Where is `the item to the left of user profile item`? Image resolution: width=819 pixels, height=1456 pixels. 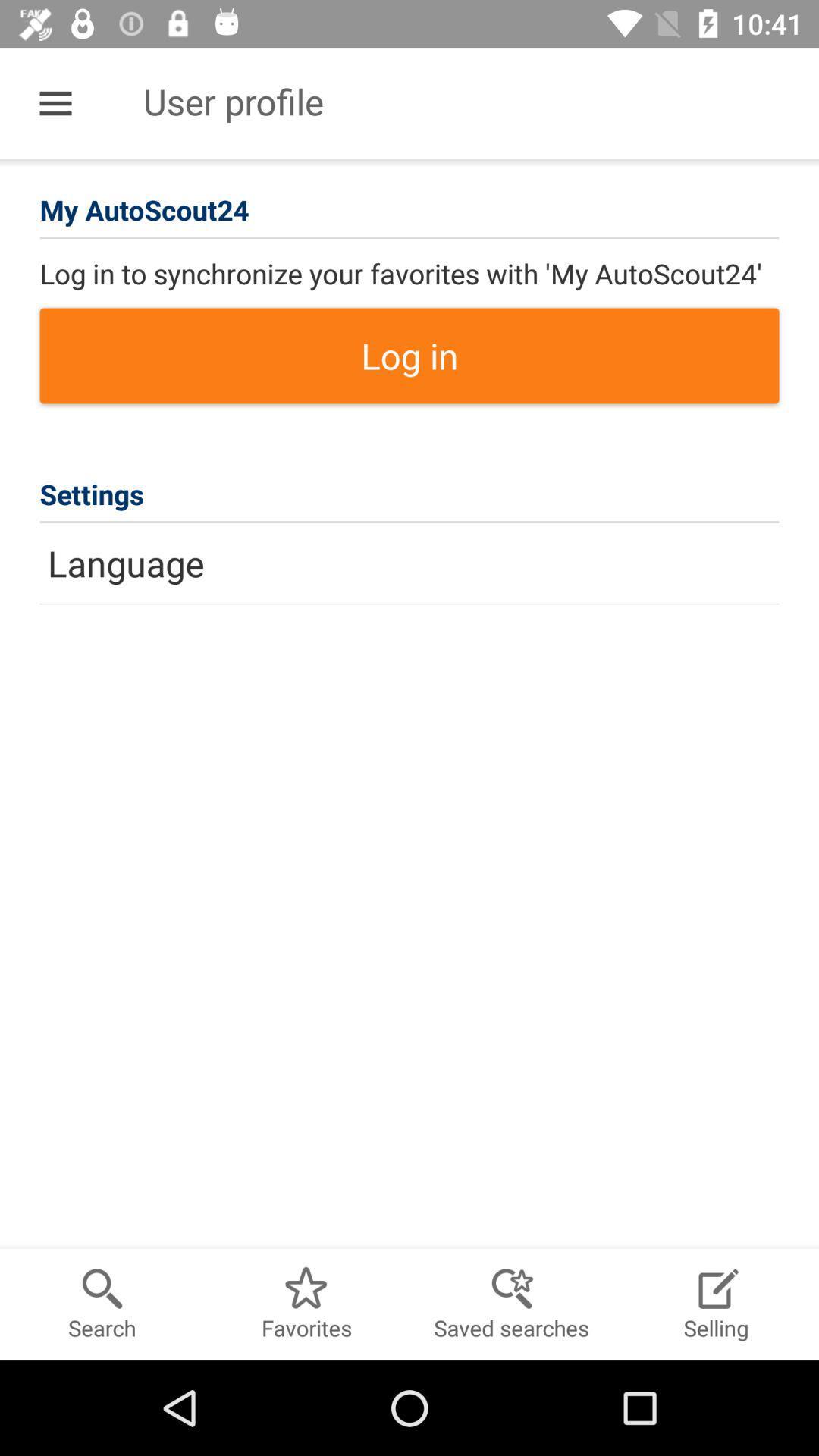
the item to the left of user profile item is located at coordinates (55, 102).